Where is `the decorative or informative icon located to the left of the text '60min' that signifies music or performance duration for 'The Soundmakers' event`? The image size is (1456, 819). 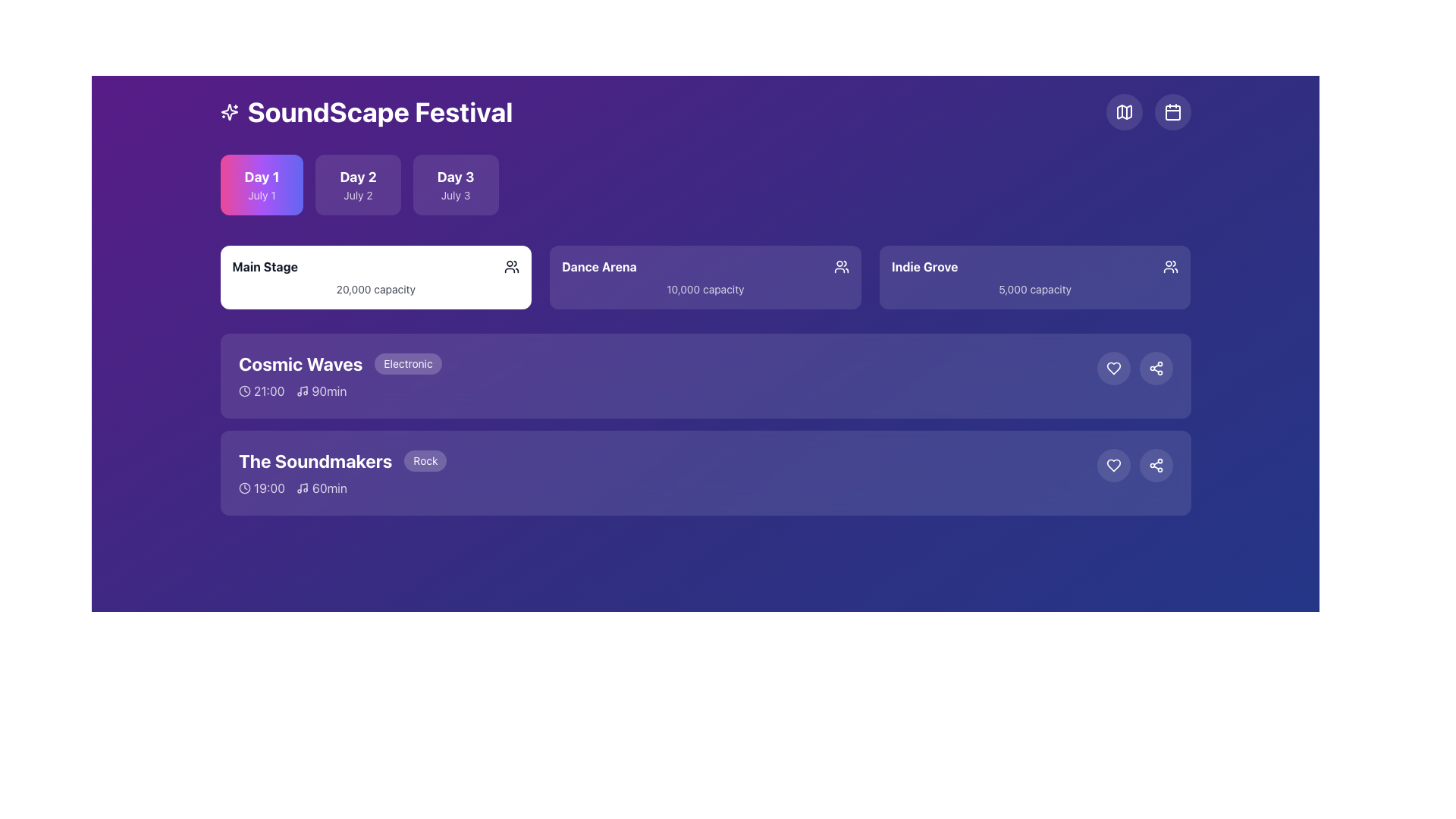 the decorative or informative icon located to the left of the text '60min' that signifies music or performance duration for 'The Soundmakers' event is located at coordinates (303, 488).